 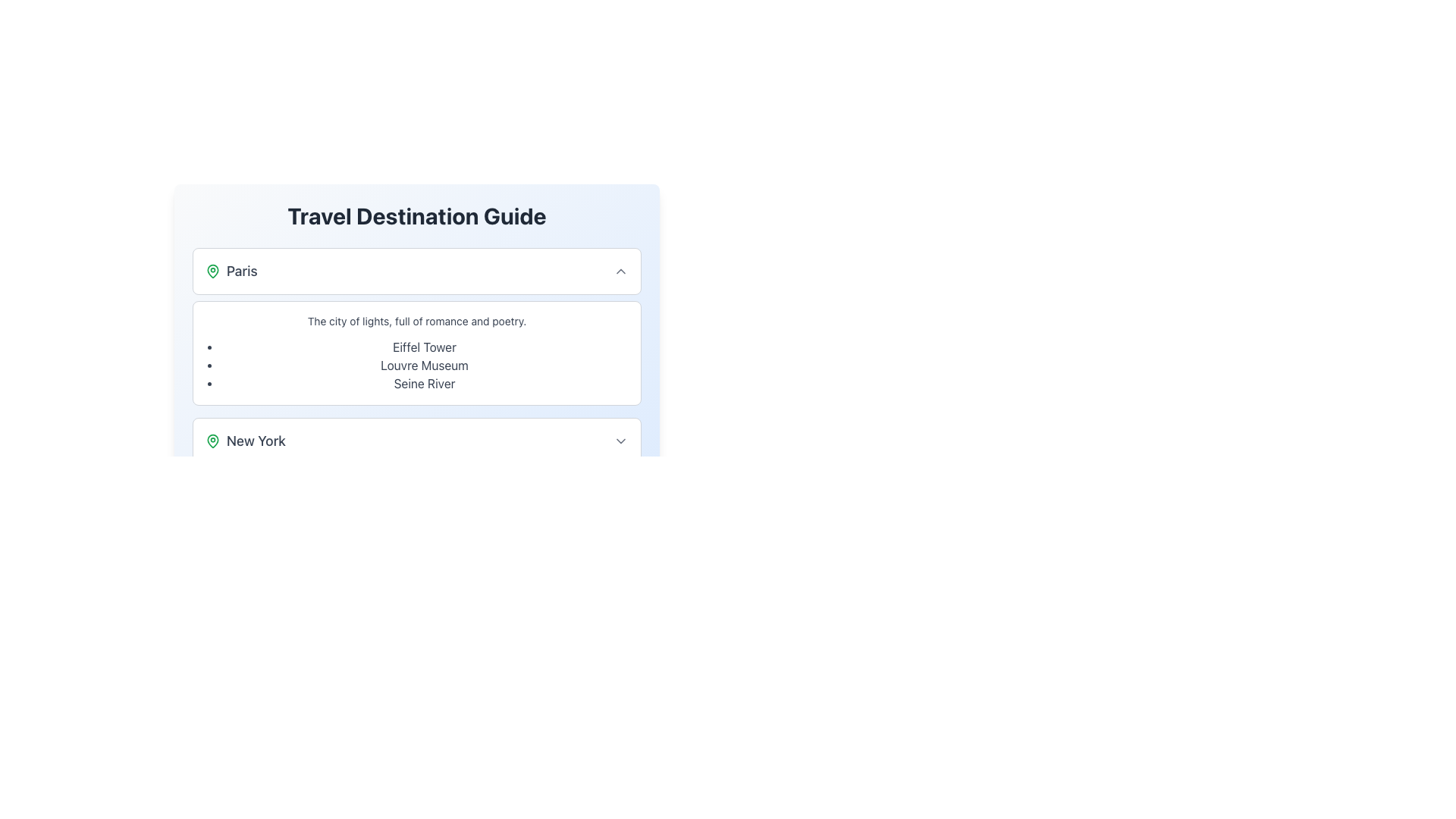 What do you see at coordinates (621, 271) in the screenshot?
I see `the collapse icon located at the top-right corner of the 'Paris' button` at bounding box center [621, 271].